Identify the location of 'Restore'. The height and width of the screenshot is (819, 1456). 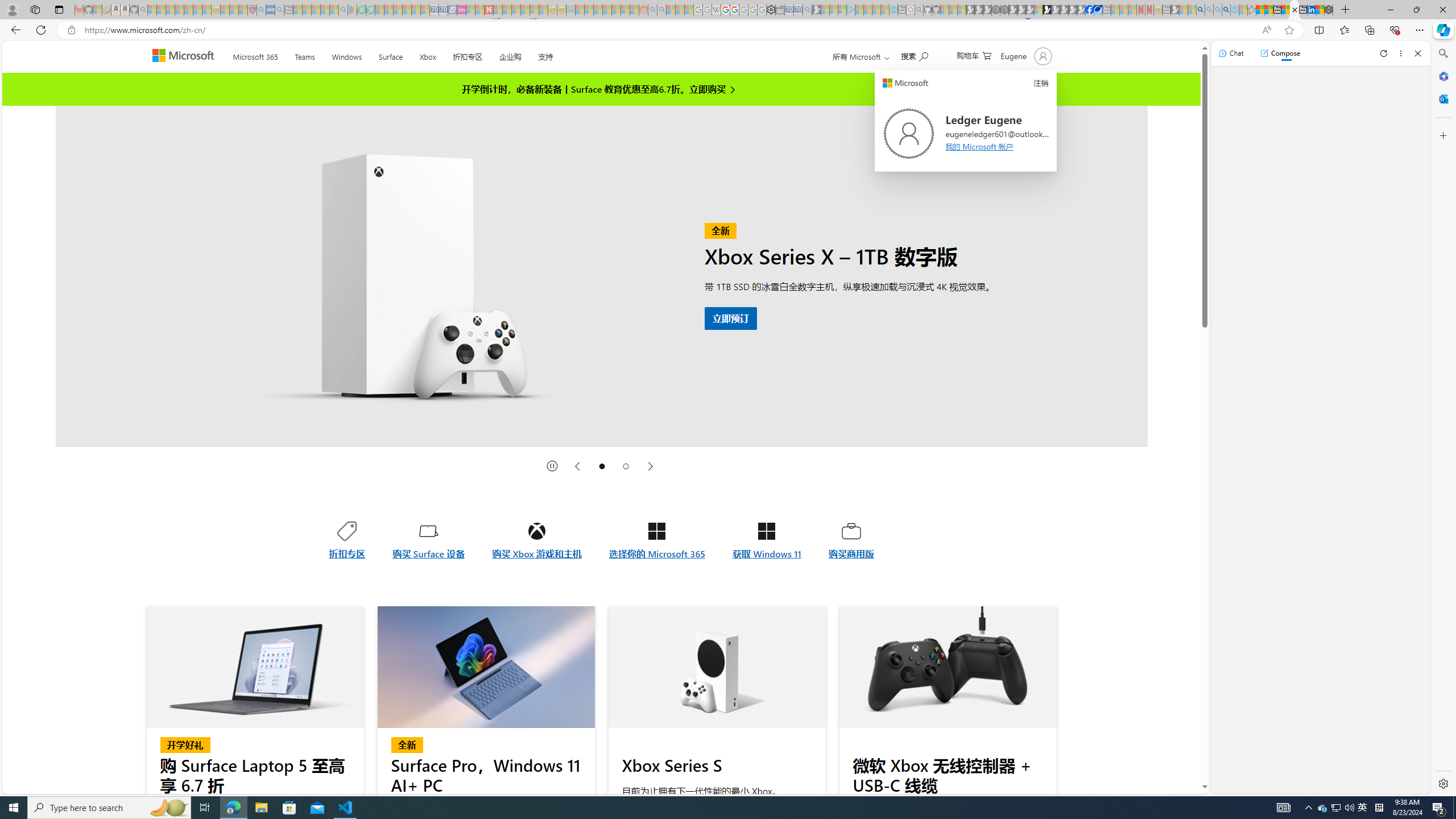
(1416, 9).